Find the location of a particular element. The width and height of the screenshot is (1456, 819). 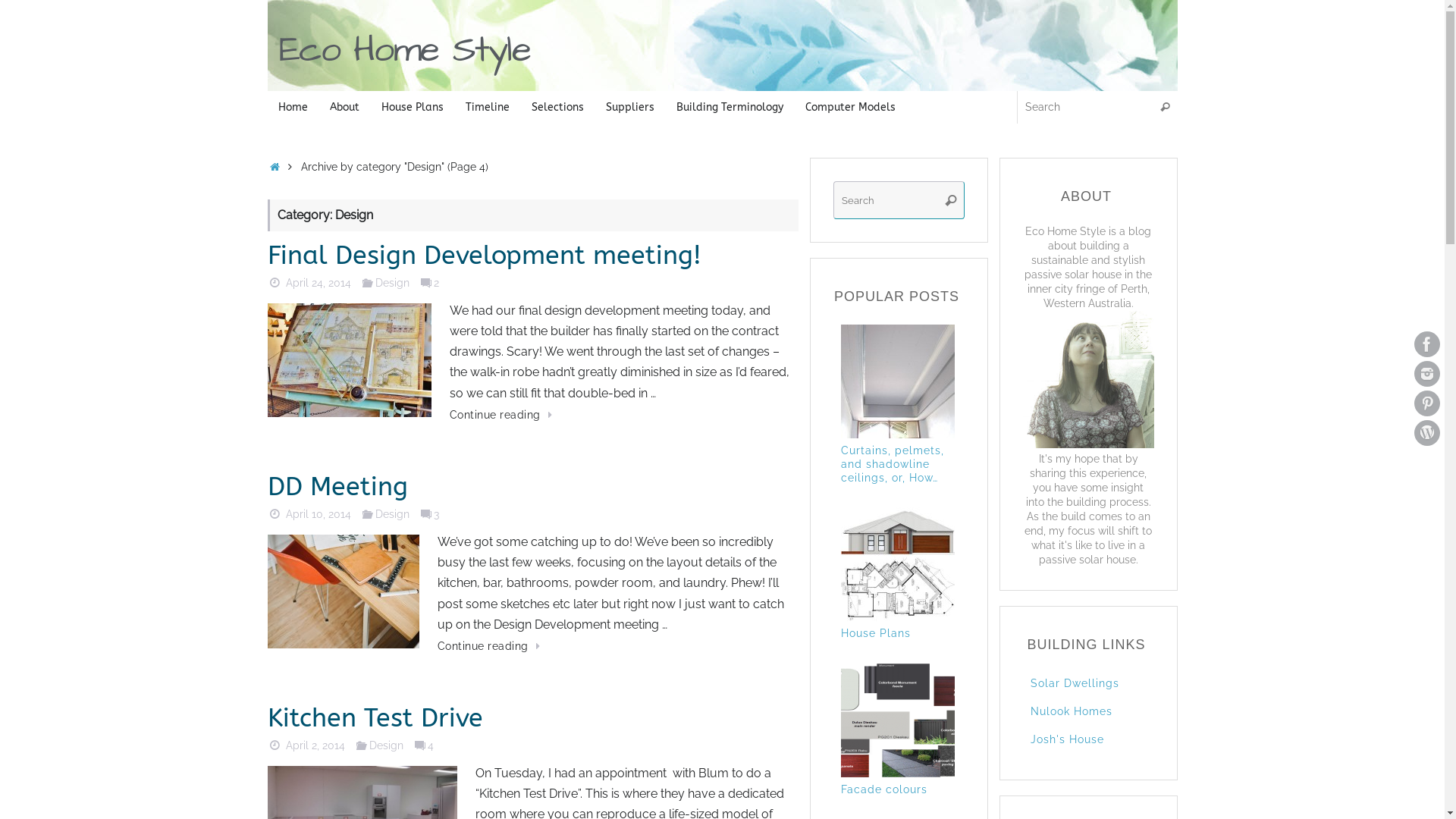

'Building Terminology' is located at coordinates (730, 106).